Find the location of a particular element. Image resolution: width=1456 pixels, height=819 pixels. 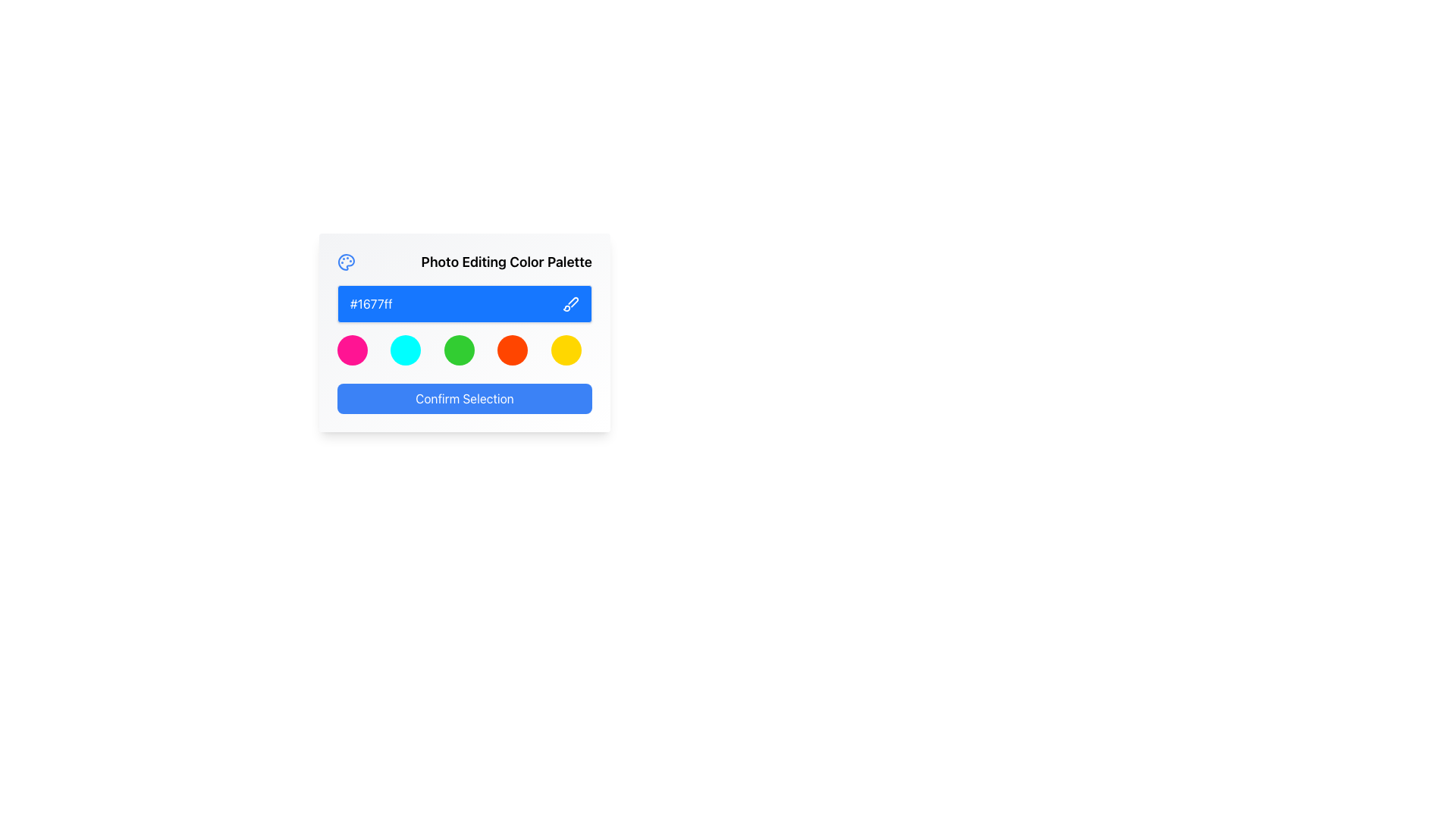

the third circular element in the color palette is located at coordinates (464, 332).